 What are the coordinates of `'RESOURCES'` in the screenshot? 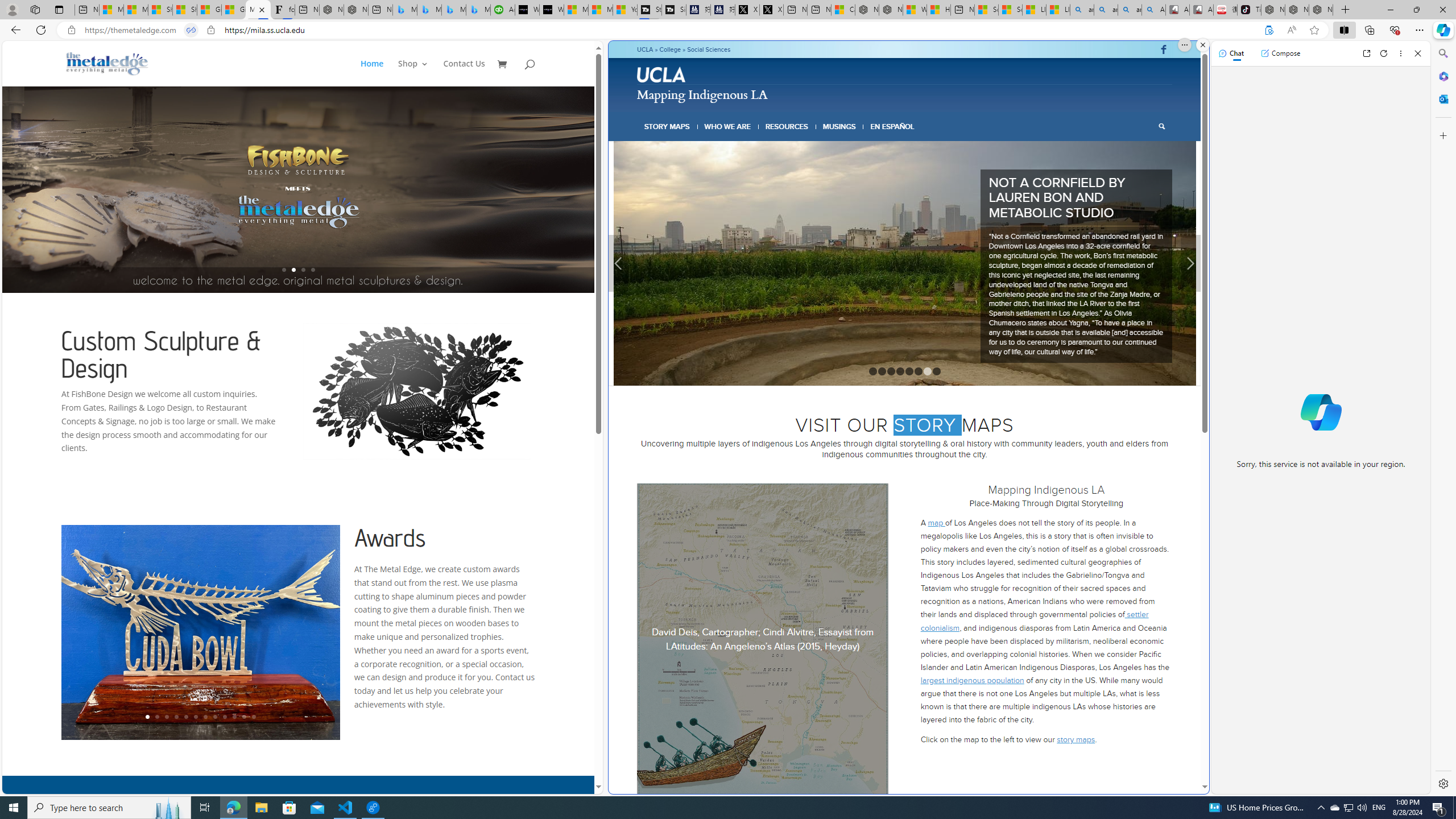 It's located at (785, 126).